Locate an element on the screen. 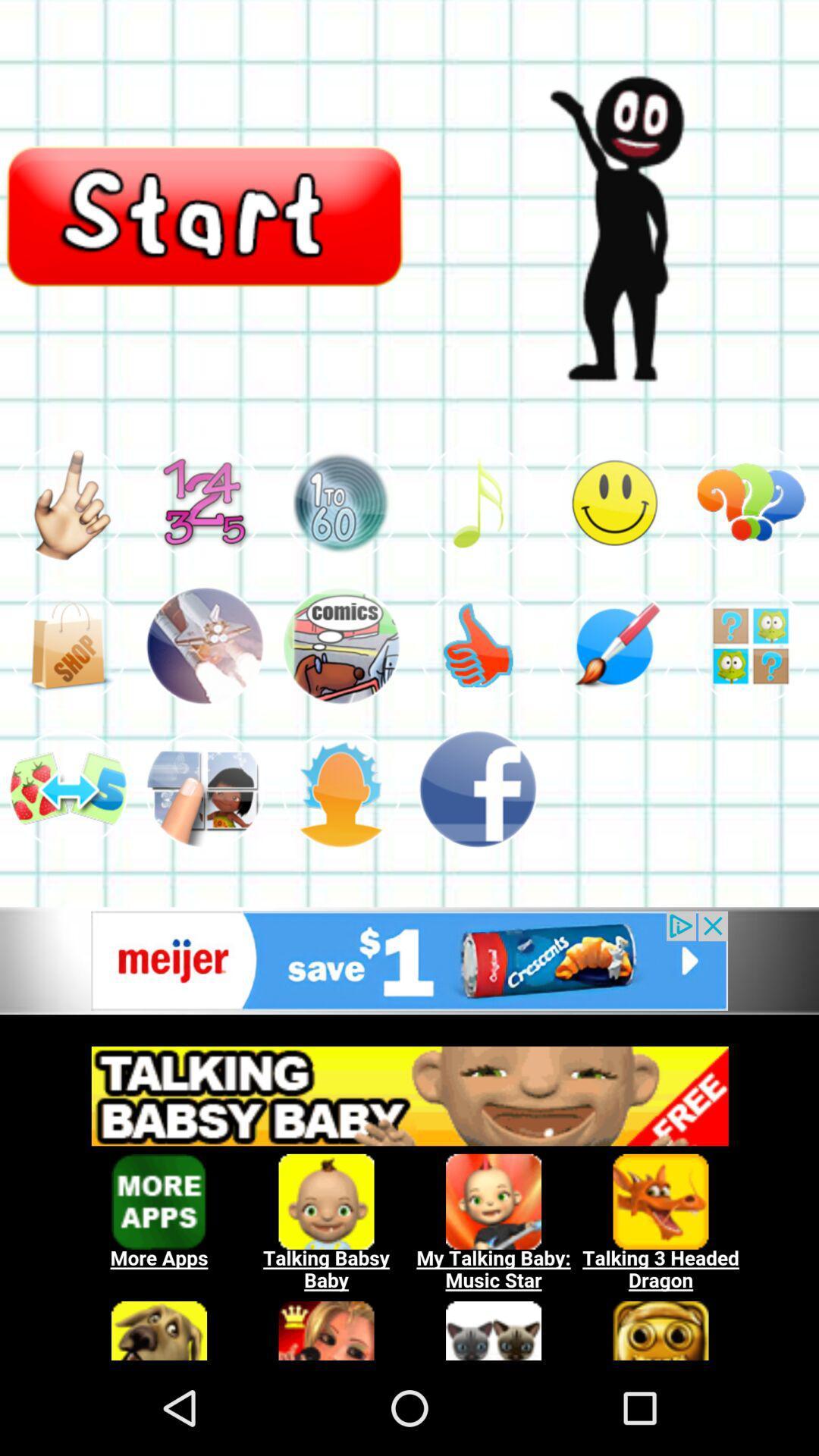 The image size is (819, 1456). memorization game is located at coordinates (751, 645).